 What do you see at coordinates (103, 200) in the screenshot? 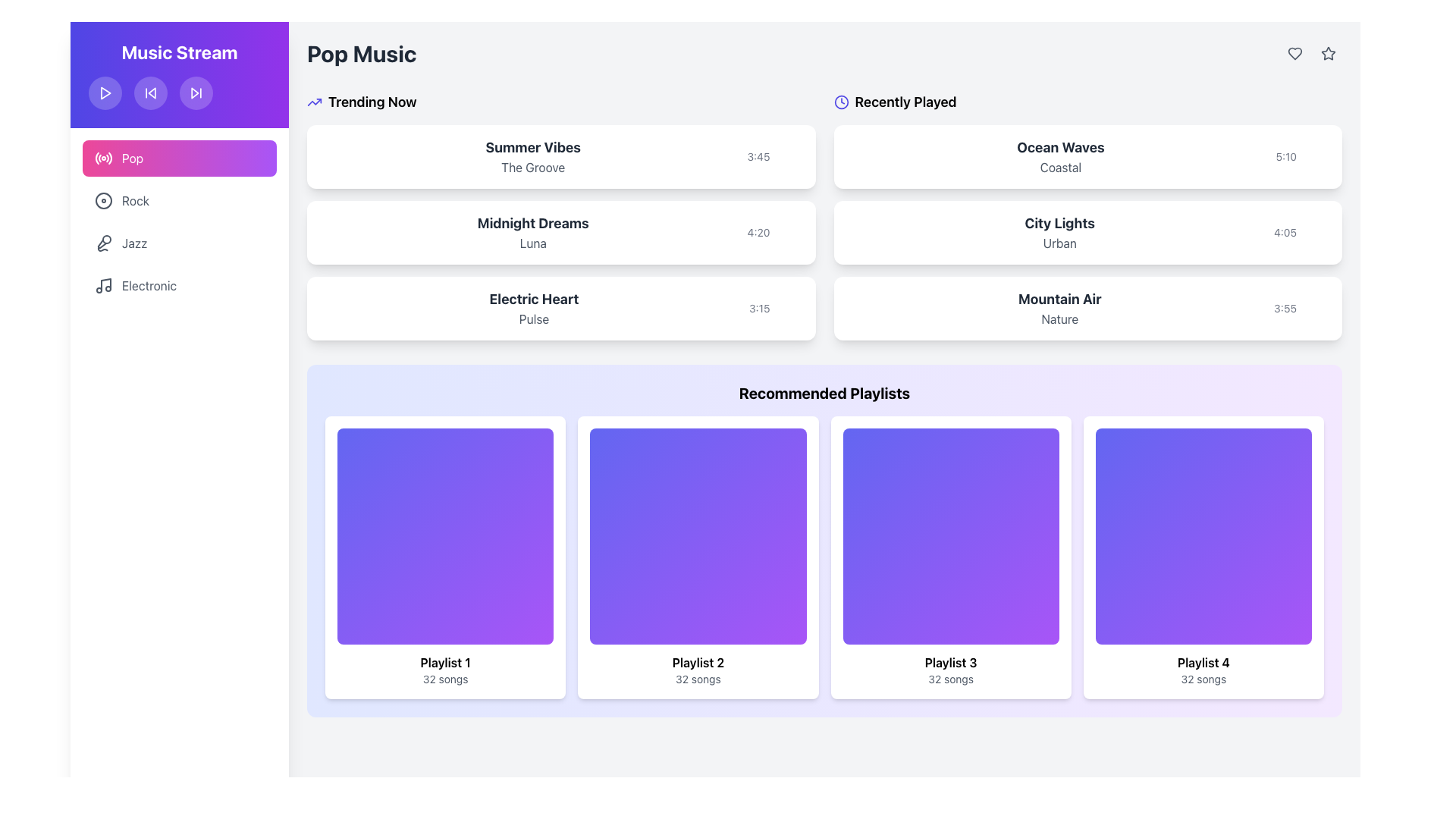
I see `the decorative SVG icon representing the 'Rock' category in the vertical navigation menu` at bounding box center [103, 200].